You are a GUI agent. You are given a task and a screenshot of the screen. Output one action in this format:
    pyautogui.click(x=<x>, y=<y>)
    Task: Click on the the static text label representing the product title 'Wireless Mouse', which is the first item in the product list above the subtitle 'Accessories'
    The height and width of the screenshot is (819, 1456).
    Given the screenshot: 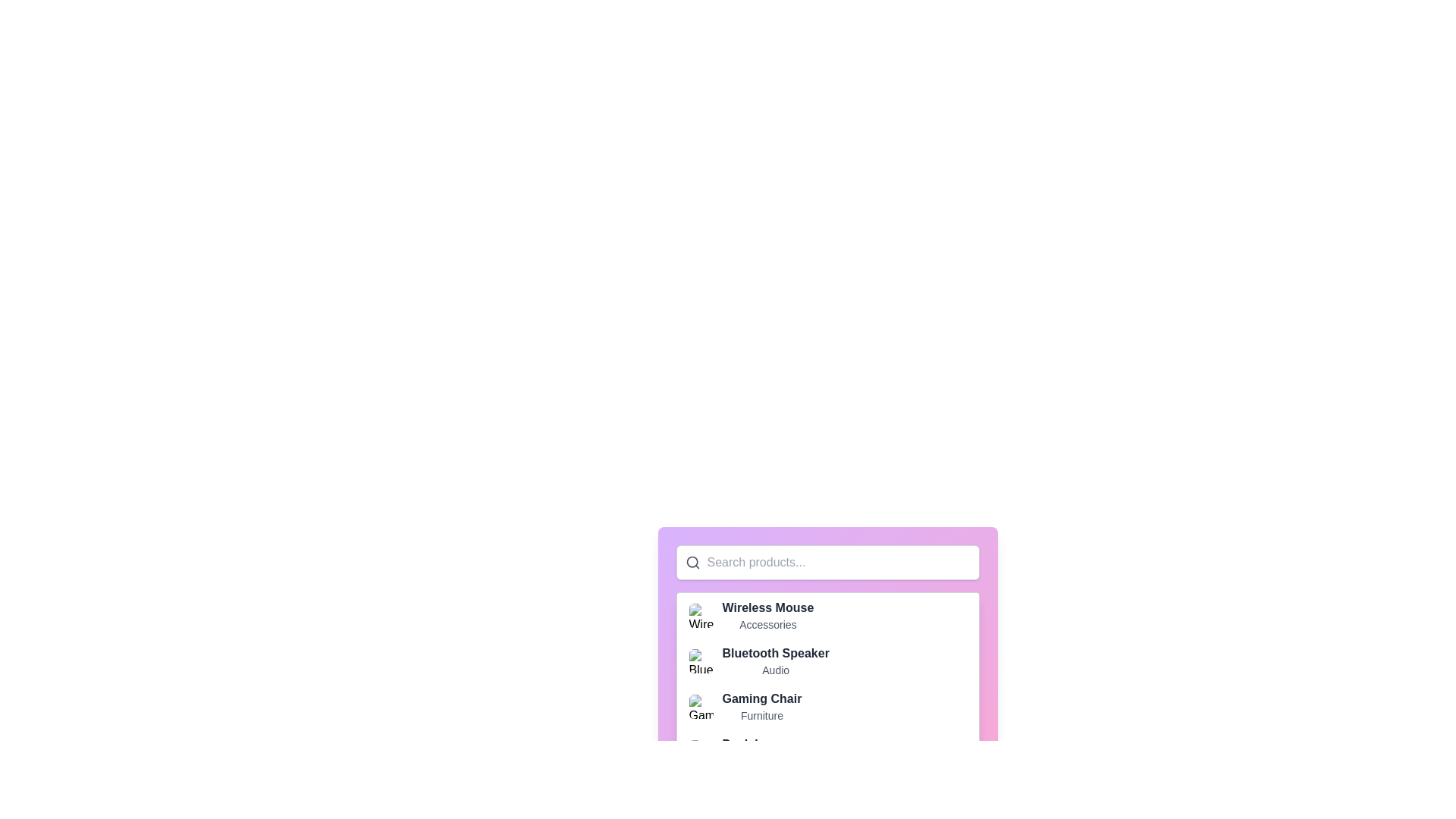 What is the action you would take?
    pyautogui.click(x=767, y=607)
    